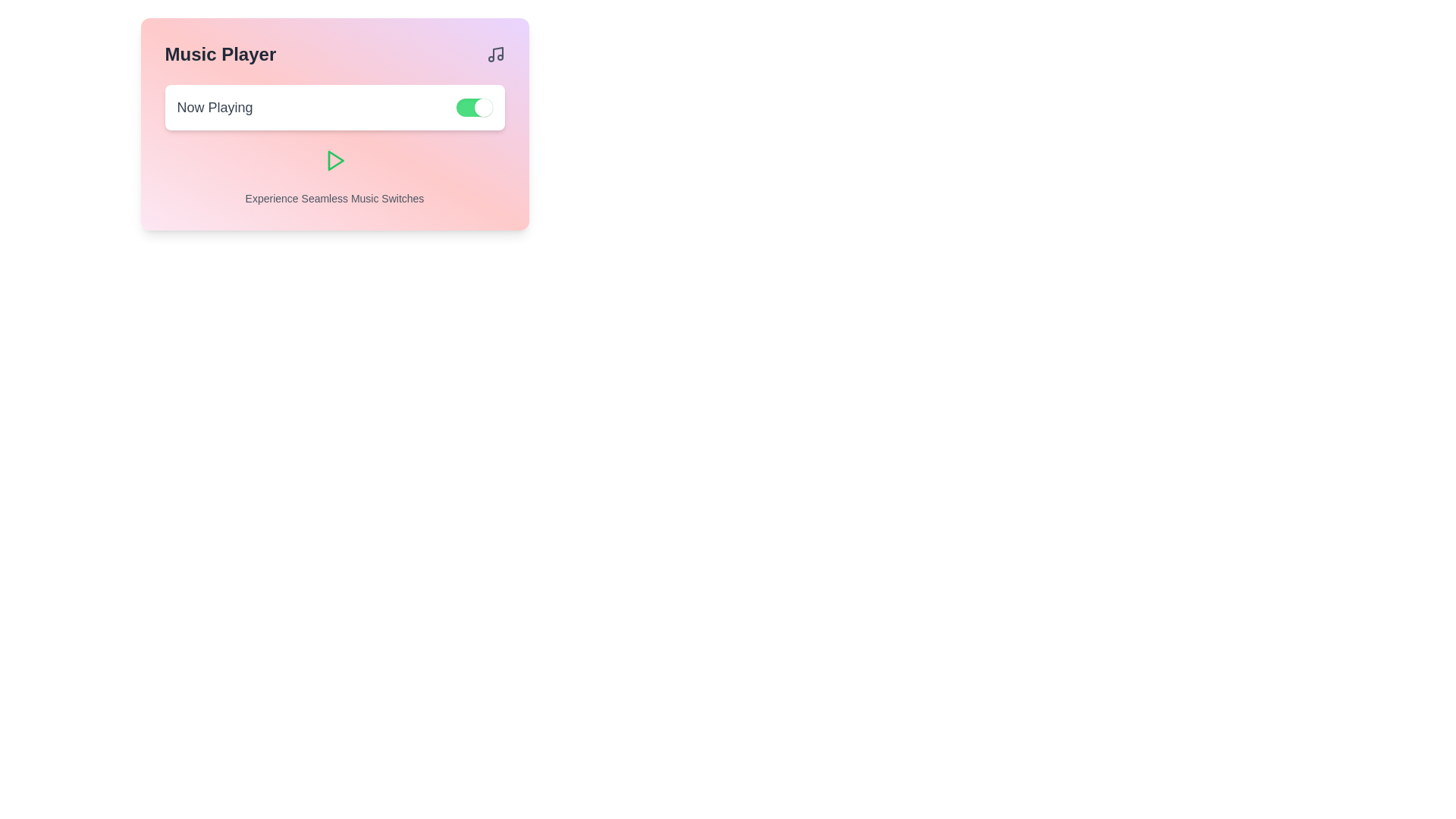  Describe the element at coordinates (334, 124) in the screenshot. I see `the Information panel of the music player application, which contains the title, play controls, and descriptive text, positioned above the footer text` at that location.